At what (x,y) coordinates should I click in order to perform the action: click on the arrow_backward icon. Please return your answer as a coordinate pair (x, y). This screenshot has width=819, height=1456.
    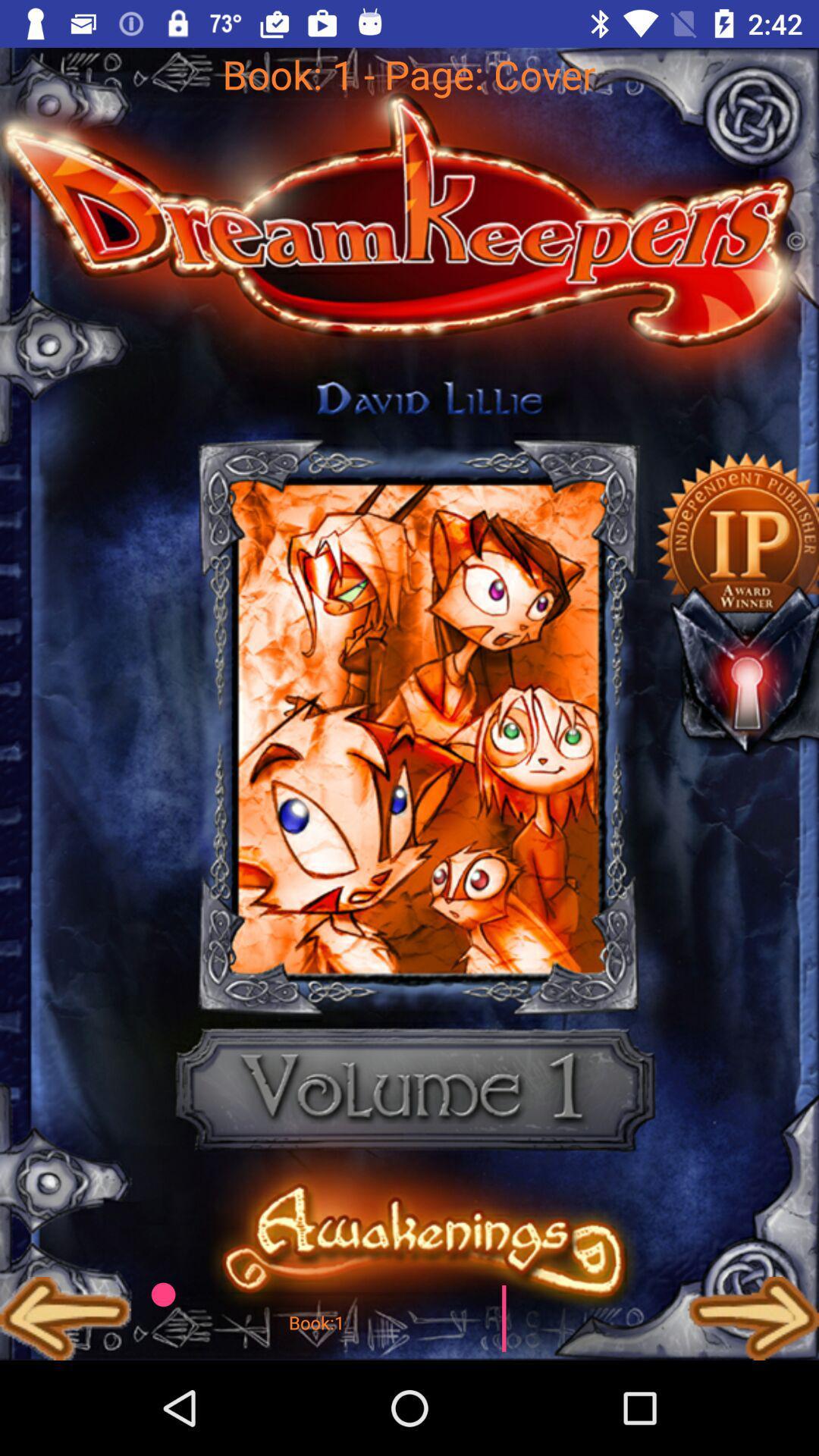
    Looking at the image, I should click on (64, 1317).